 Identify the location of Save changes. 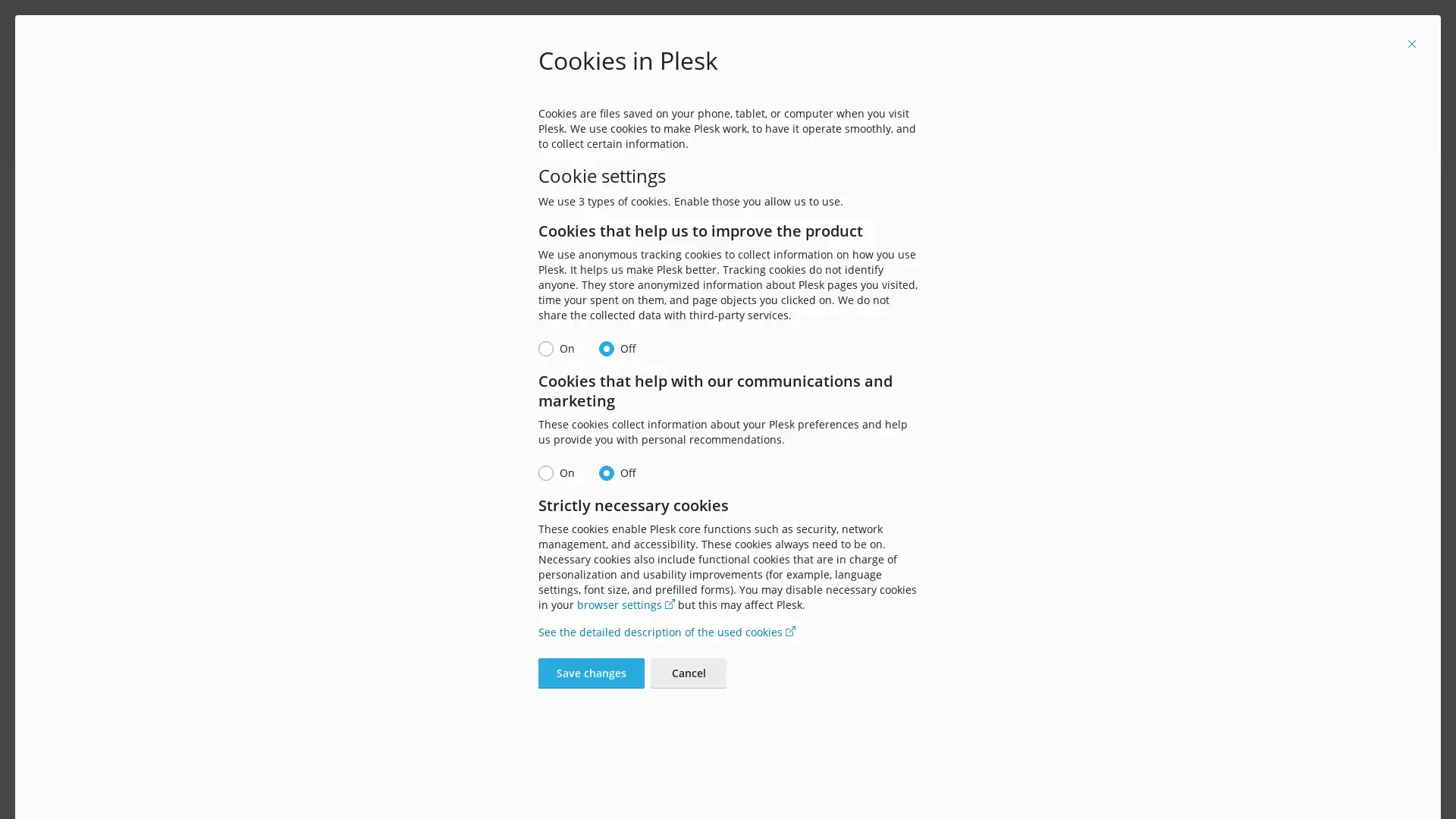
(590, 672).